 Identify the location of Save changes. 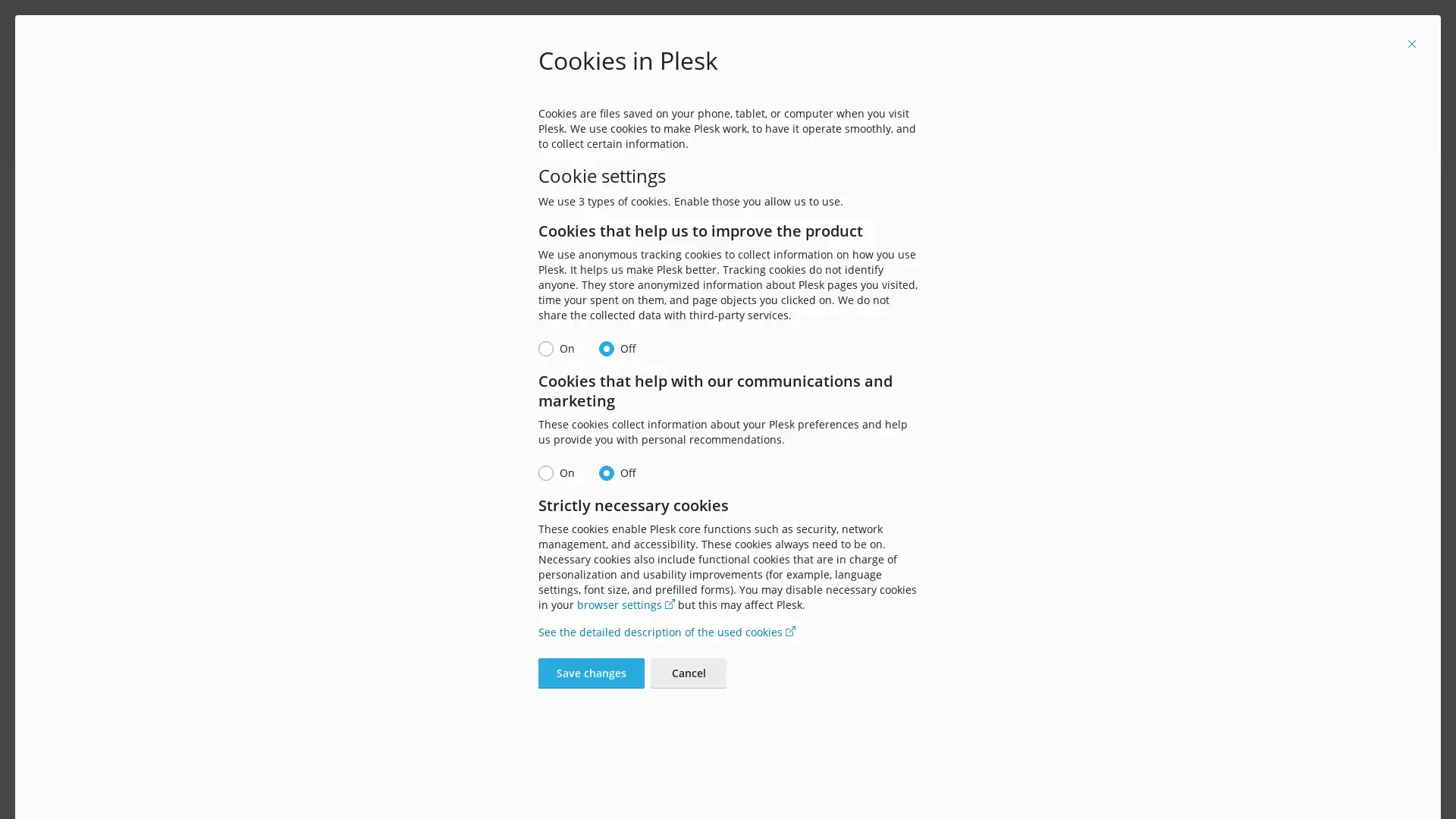
(590, 672).